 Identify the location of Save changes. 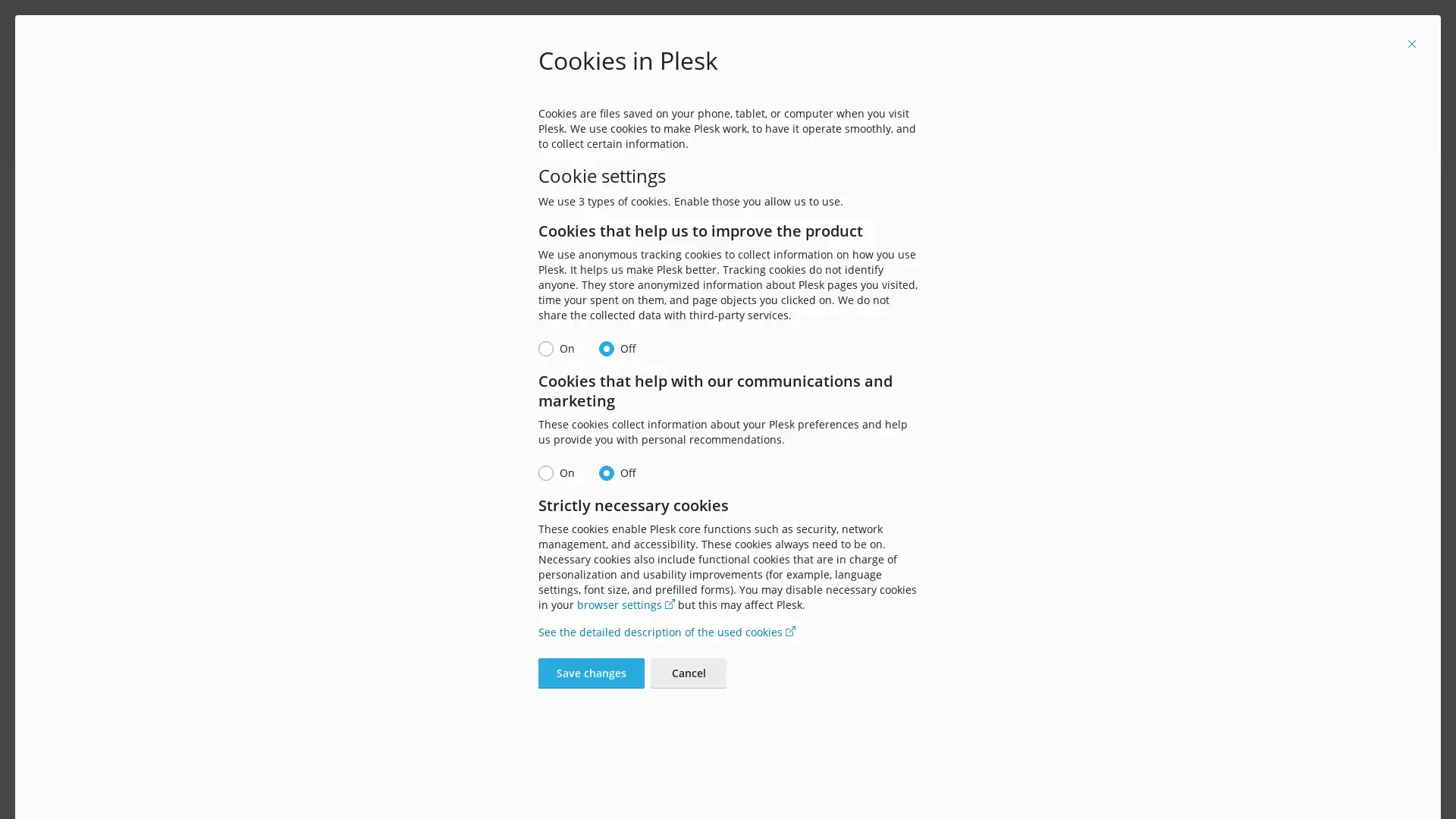
(590, 672).